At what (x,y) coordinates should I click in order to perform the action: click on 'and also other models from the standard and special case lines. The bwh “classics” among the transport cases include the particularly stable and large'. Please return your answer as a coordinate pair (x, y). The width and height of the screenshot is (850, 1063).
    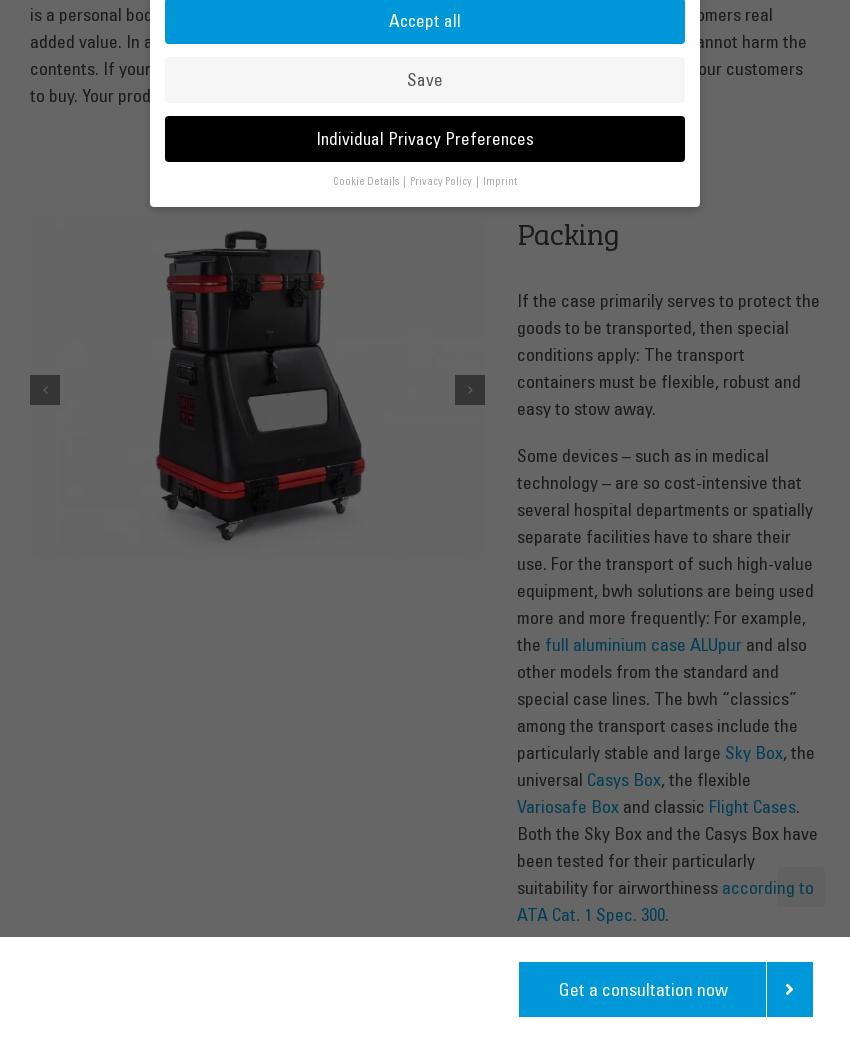
    Looking at the image, I should click on (660, 696).